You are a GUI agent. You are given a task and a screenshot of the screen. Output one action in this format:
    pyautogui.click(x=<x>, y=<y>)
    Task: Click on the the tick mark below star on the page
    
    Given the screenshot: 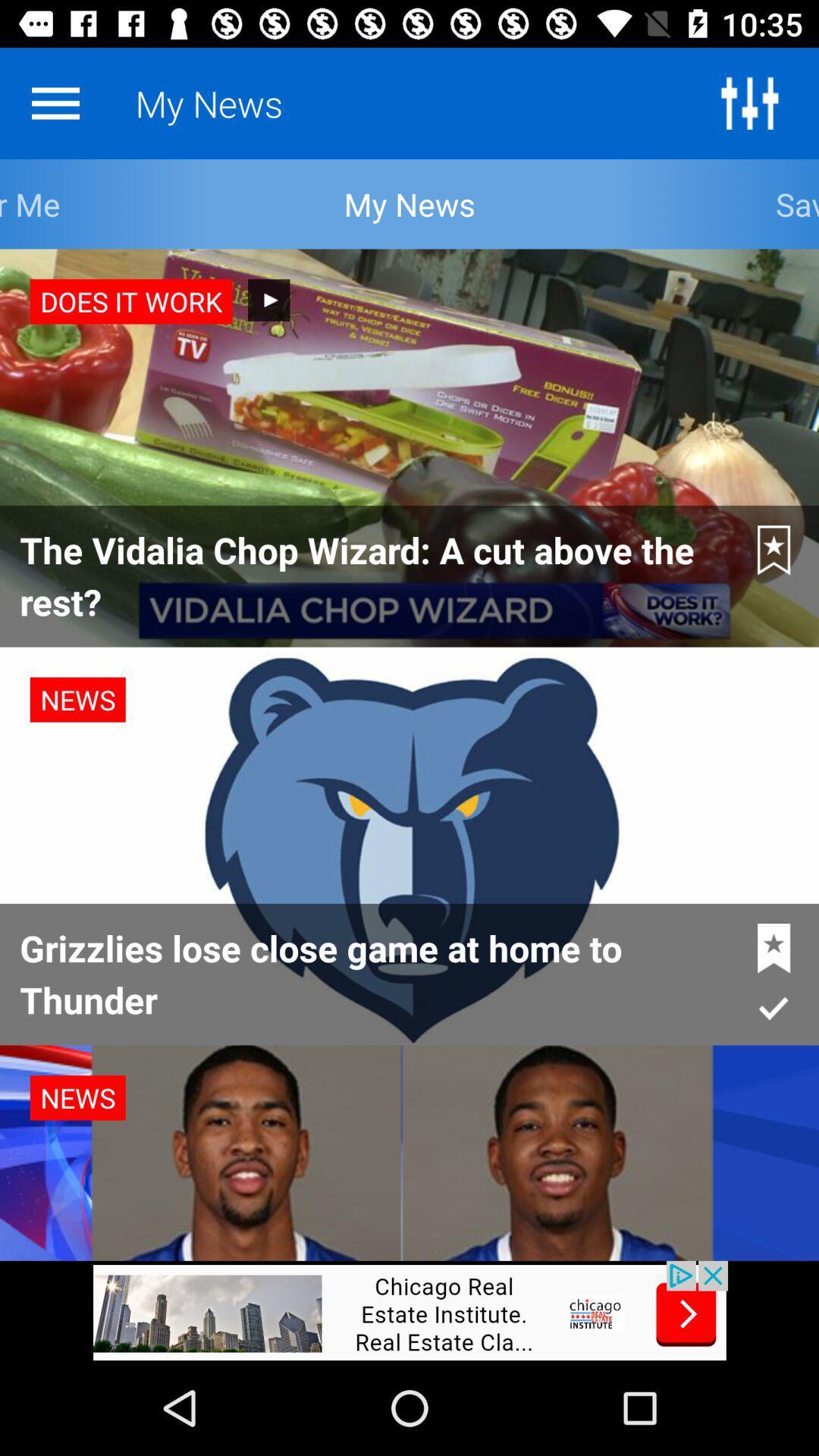 What is the action you would take?
    pyautogui.click(x=773, y=1008)
    